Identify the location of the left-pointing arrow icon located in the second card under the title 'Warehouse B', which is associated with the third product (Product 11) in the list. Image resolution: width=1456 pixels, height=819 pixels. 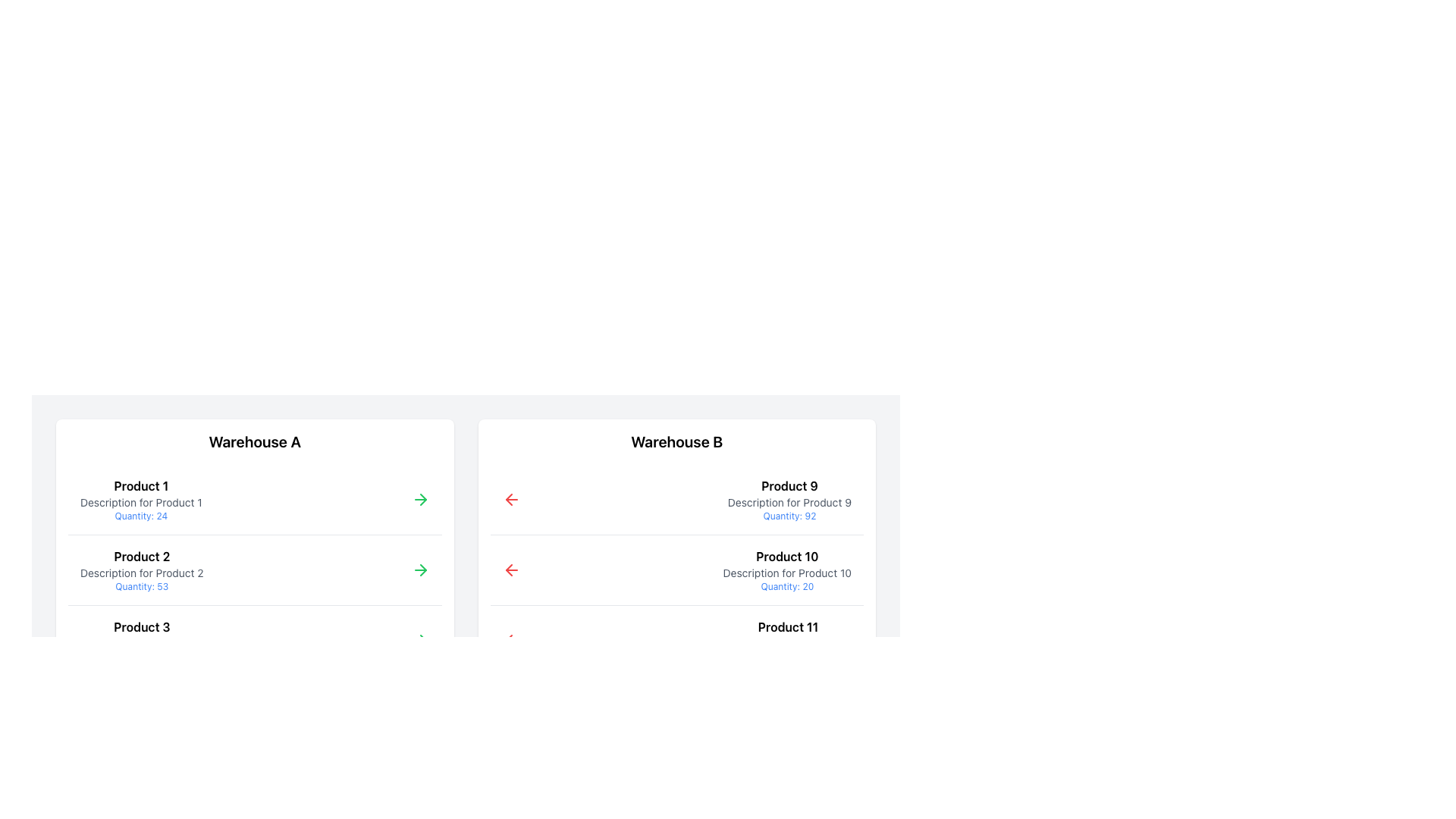
(509, 640).